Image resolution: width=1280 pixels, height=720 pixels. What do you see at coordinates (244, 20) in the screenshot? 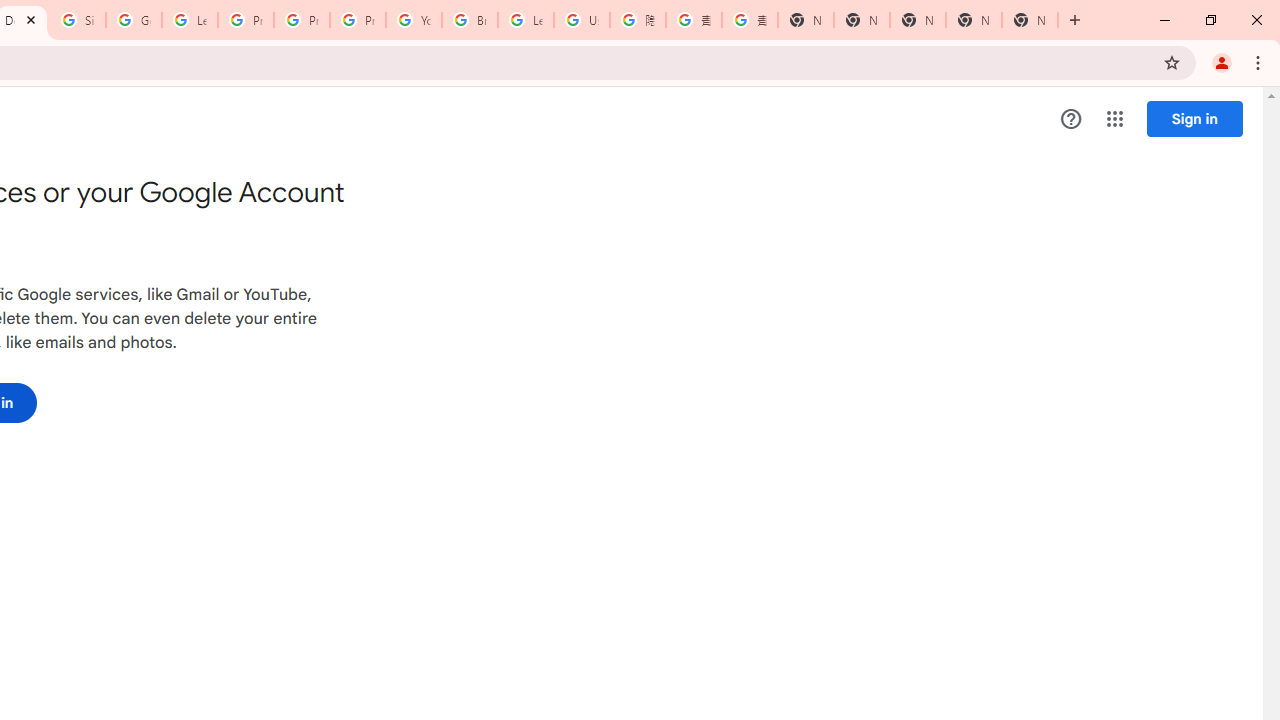
I see `'Privacy Help Center - Policies Help'` at bounding box center [244, 20].